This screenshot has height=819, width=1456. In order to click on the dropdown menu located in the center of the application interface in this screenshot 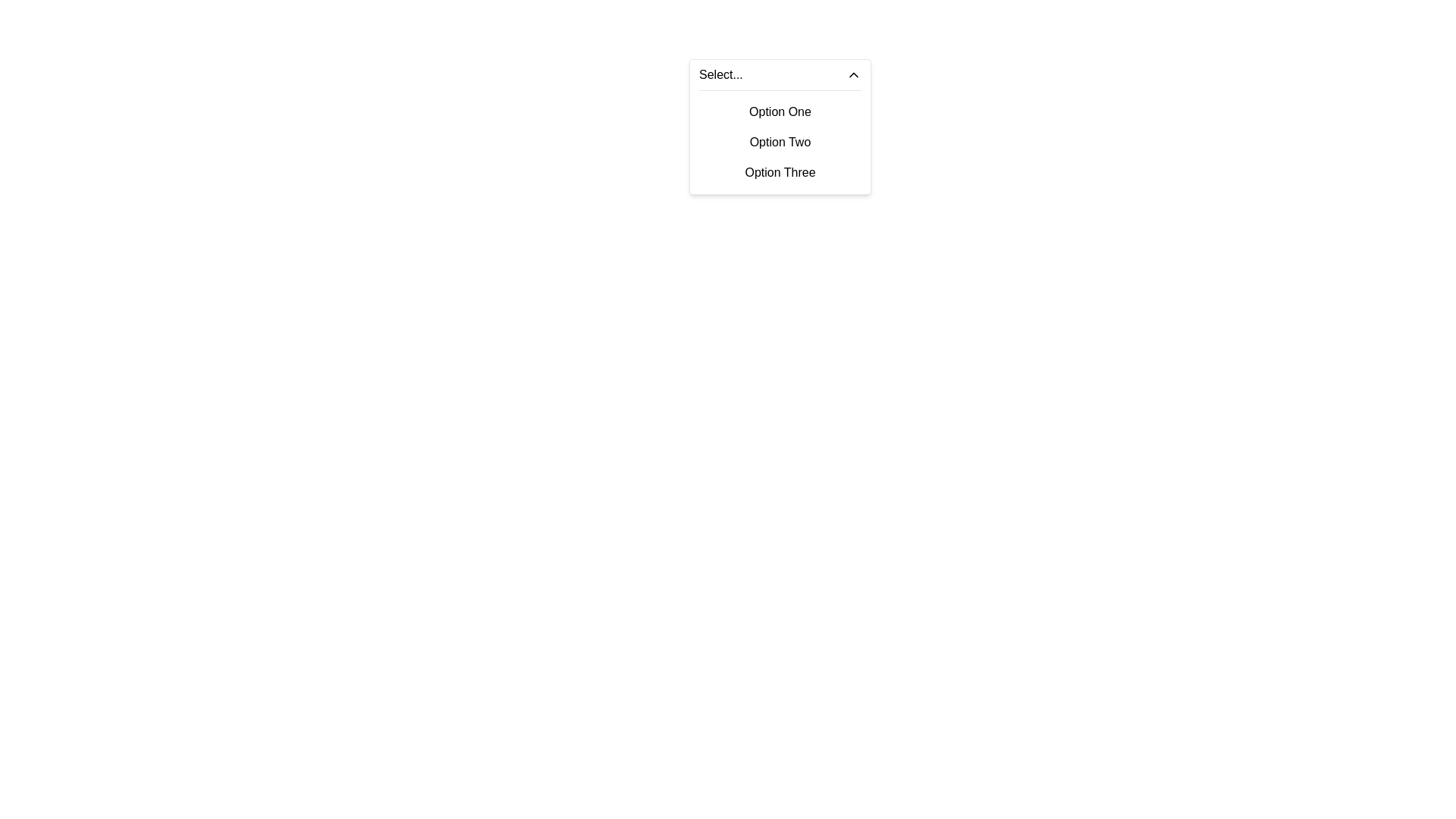, I will do `click(780, 126)`.